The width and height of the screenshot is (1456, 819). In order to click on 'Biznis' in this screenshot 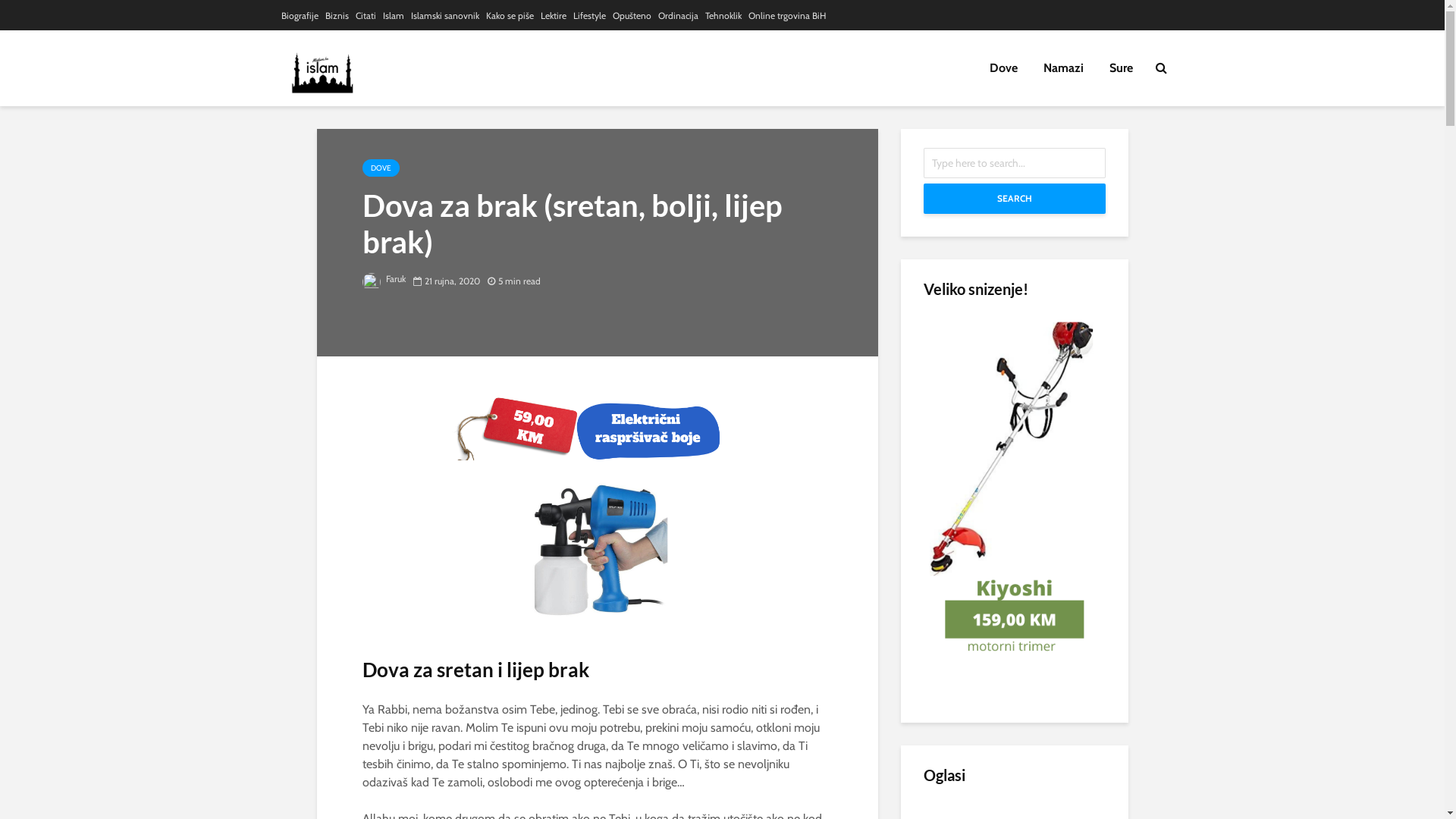, I will do `click(335, 15)`.